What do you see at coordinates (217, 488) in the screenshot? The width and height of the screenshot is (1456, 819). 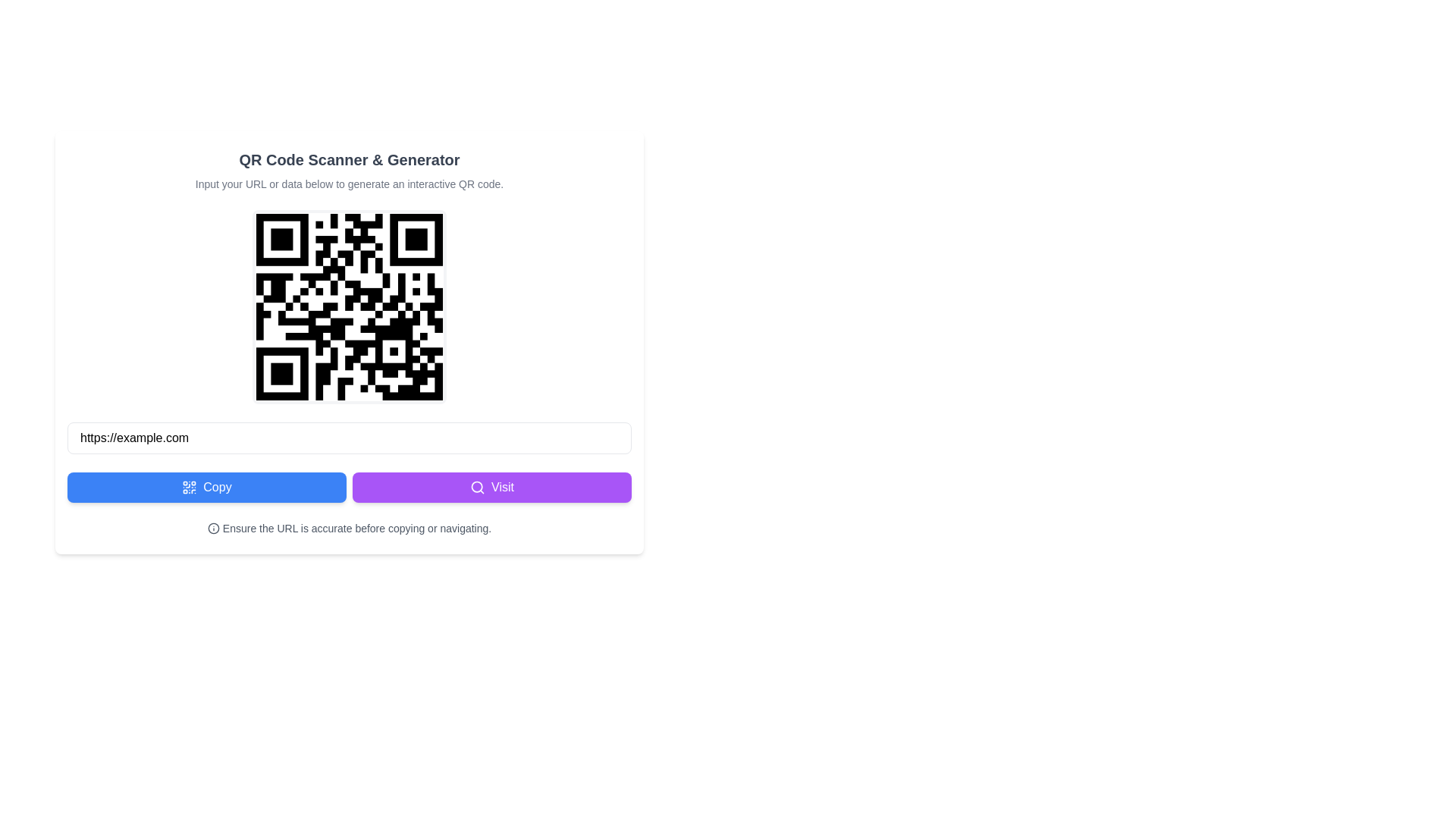 I see `the 'Copy' button which contains the text label 'Copy' in white on a blue background, located beside the 'Visit' button` at bounding box center [217, 488].